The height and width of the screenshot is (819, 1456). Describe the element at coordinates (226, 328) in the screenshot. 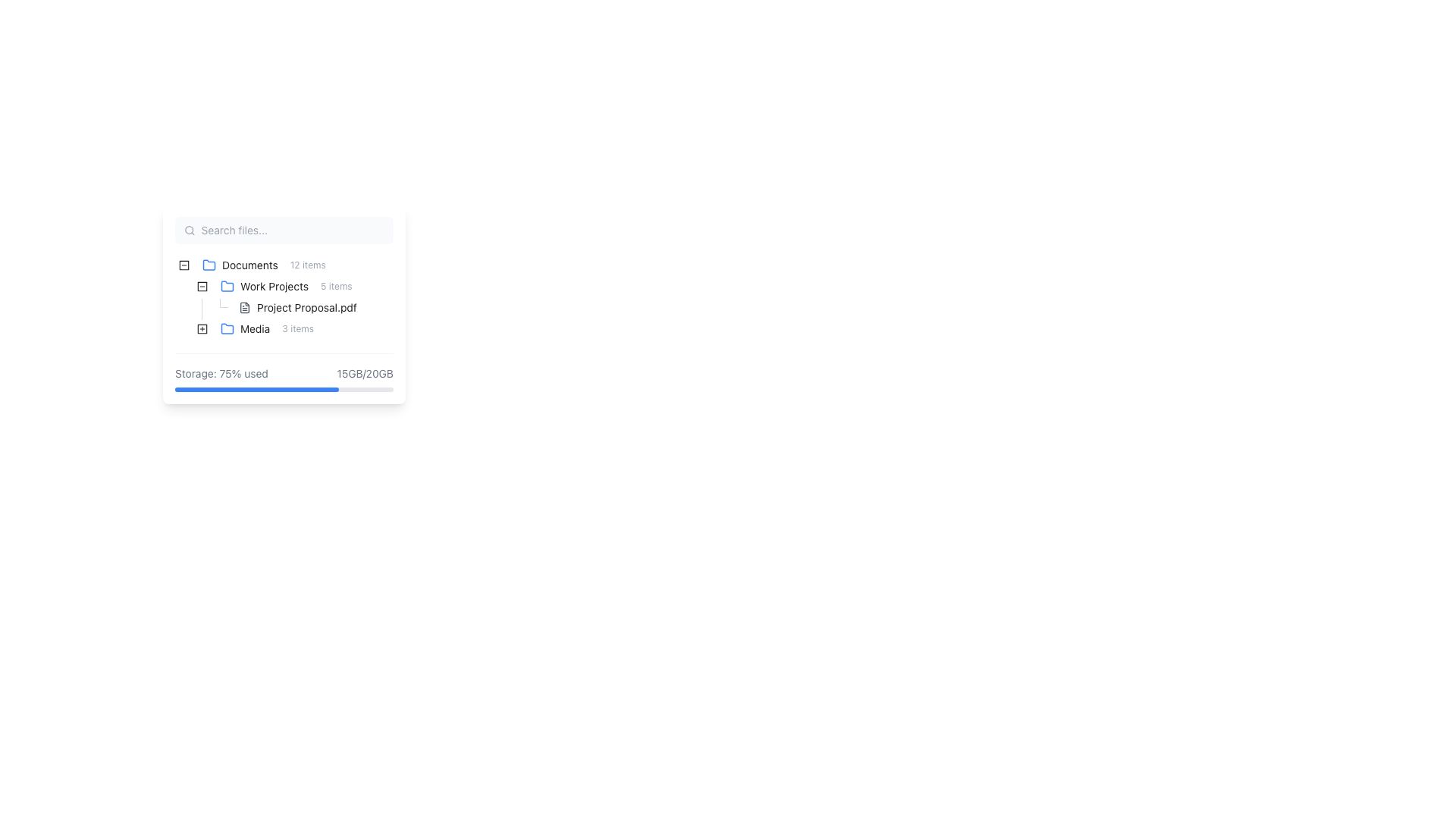

I see `the folder icon indicating the 'Media' files, which is positioned to the left of the label 'Media' and the descriptive text '3 items'` at that location.